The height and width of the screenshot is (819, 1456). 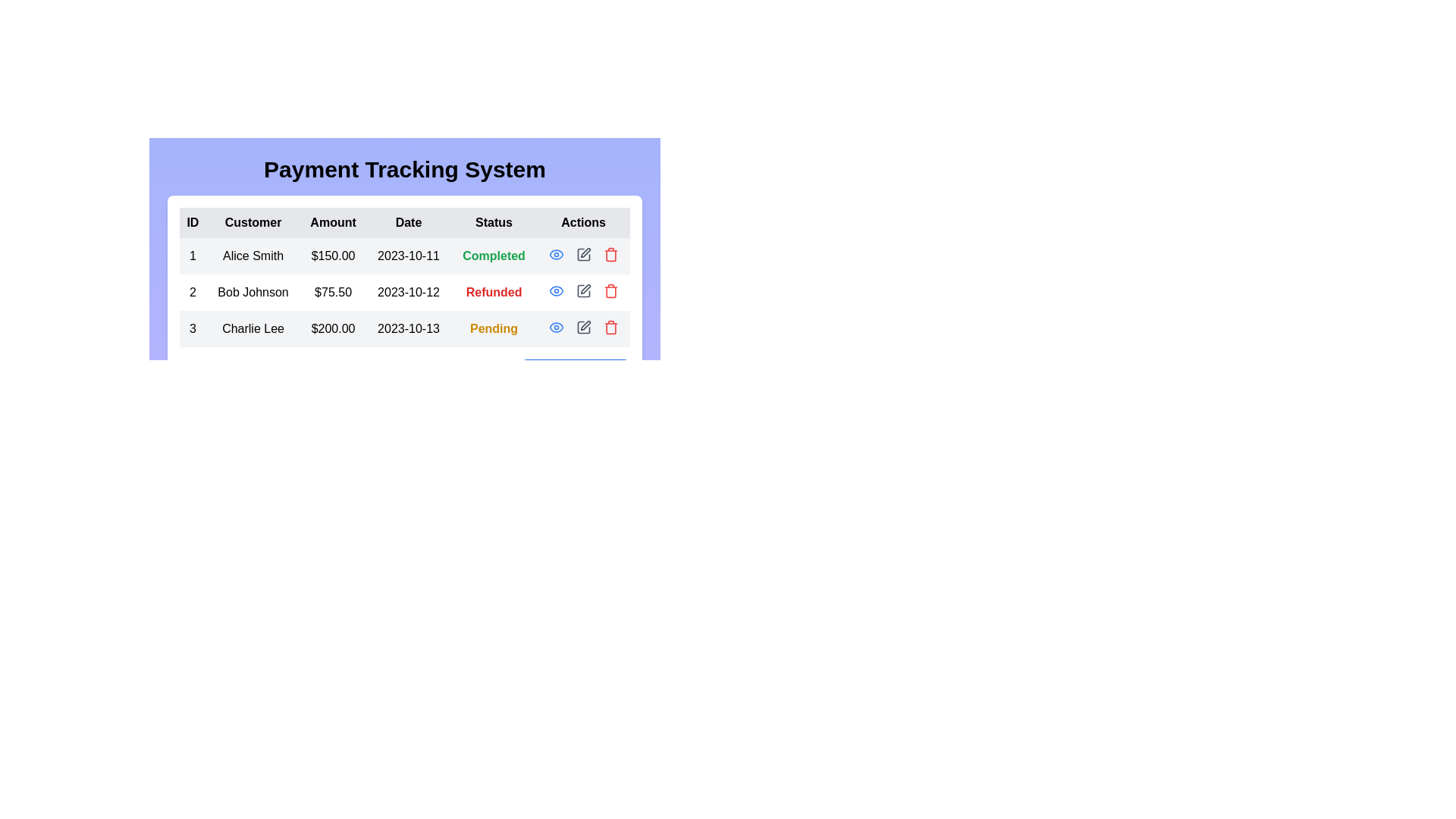 What do you see at coordinates (582, 327) in the screenshot?
I see `the pencil icon button in the 'Actions' column of the last row of the table` at bounding box center [582, 327].